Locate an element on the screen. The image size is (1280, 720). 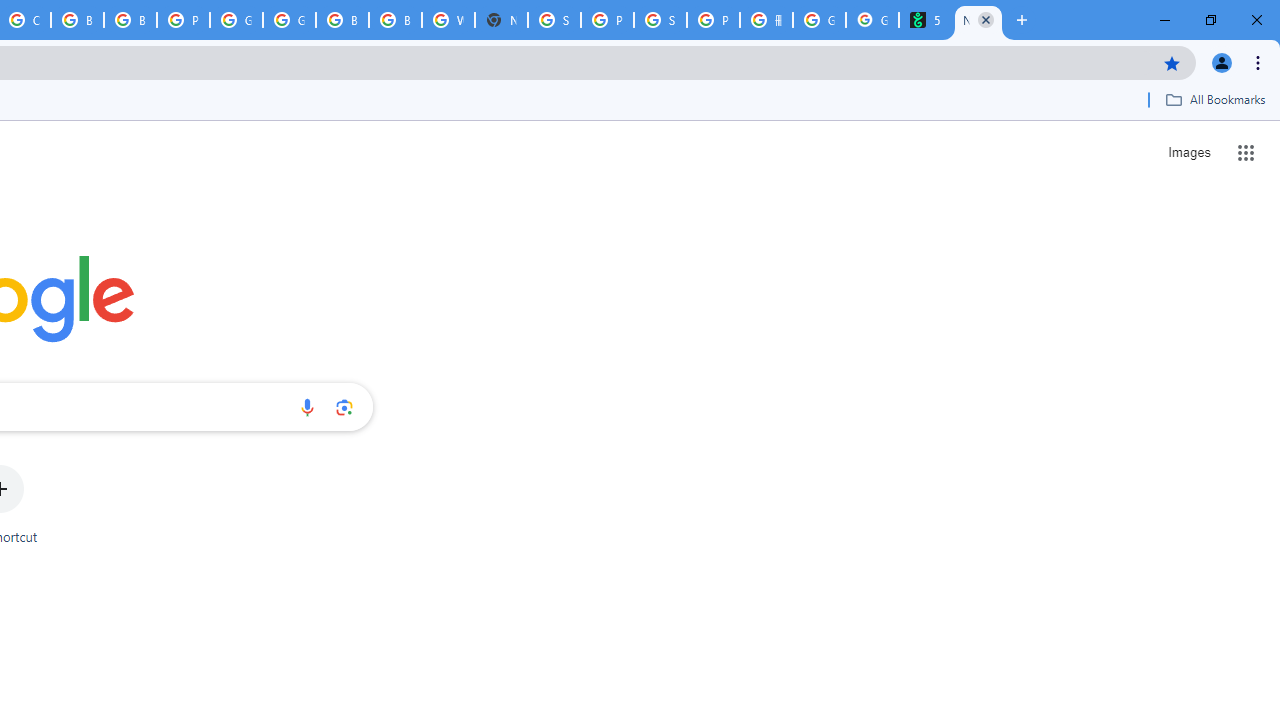
'New Tab' is located at coordinates (978, 20).